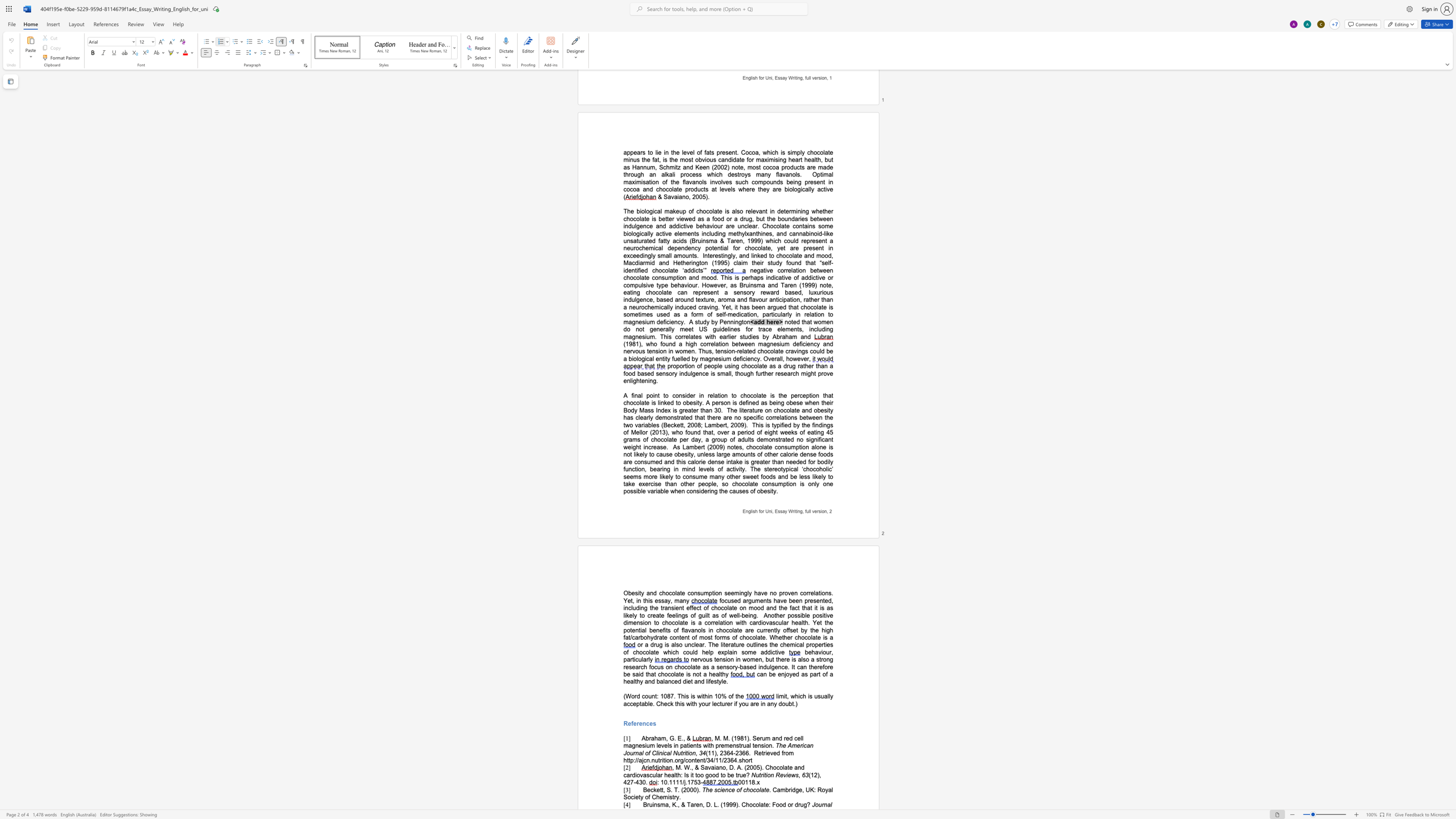 The height and width of the screenshot is (819, 1456). I want to click on the space between the continuous character "a" and "v" in the text, so click(708, 768).